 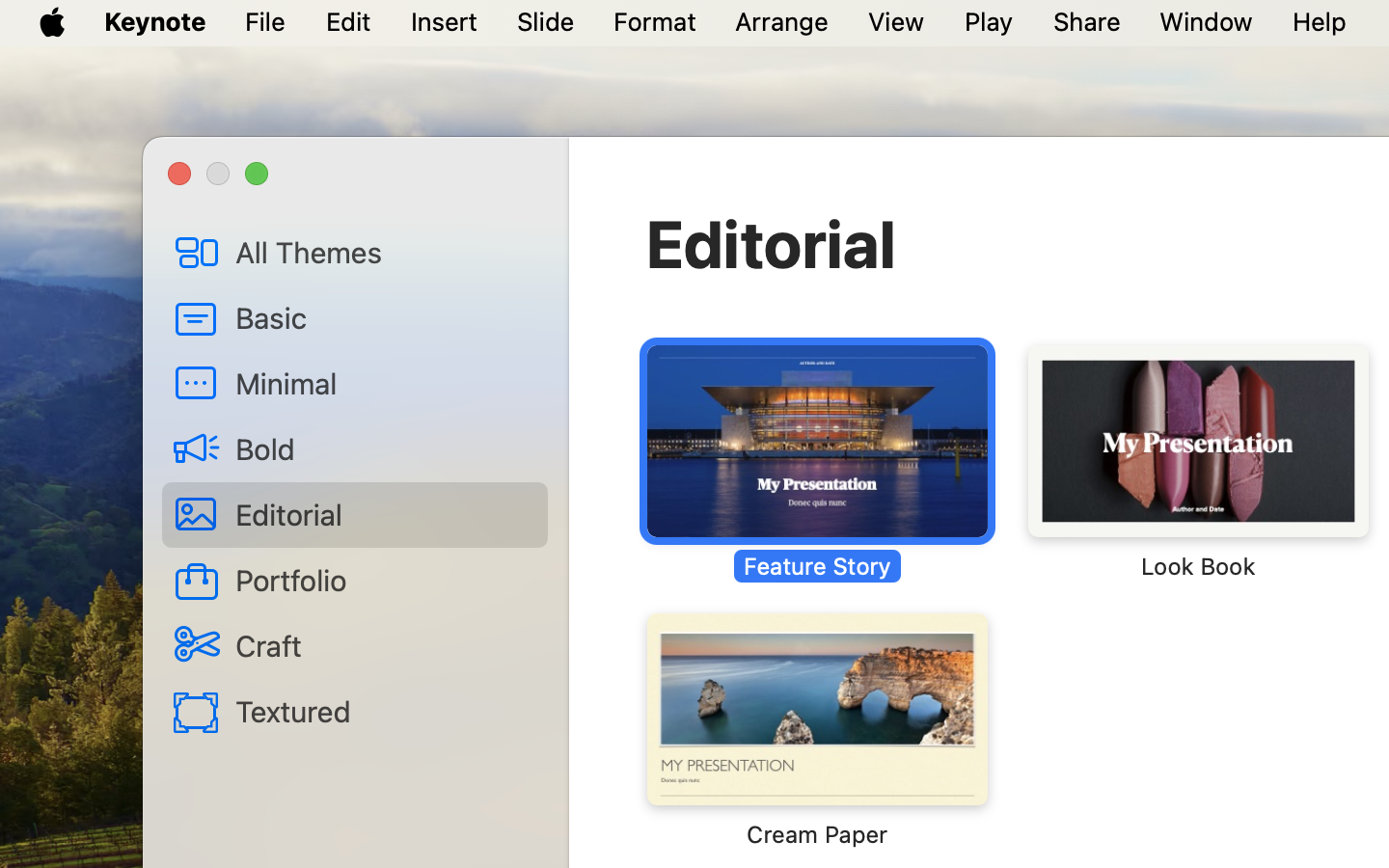 I want to click on '‎⁨Look Book⁩', so click(x=1195, y=461).